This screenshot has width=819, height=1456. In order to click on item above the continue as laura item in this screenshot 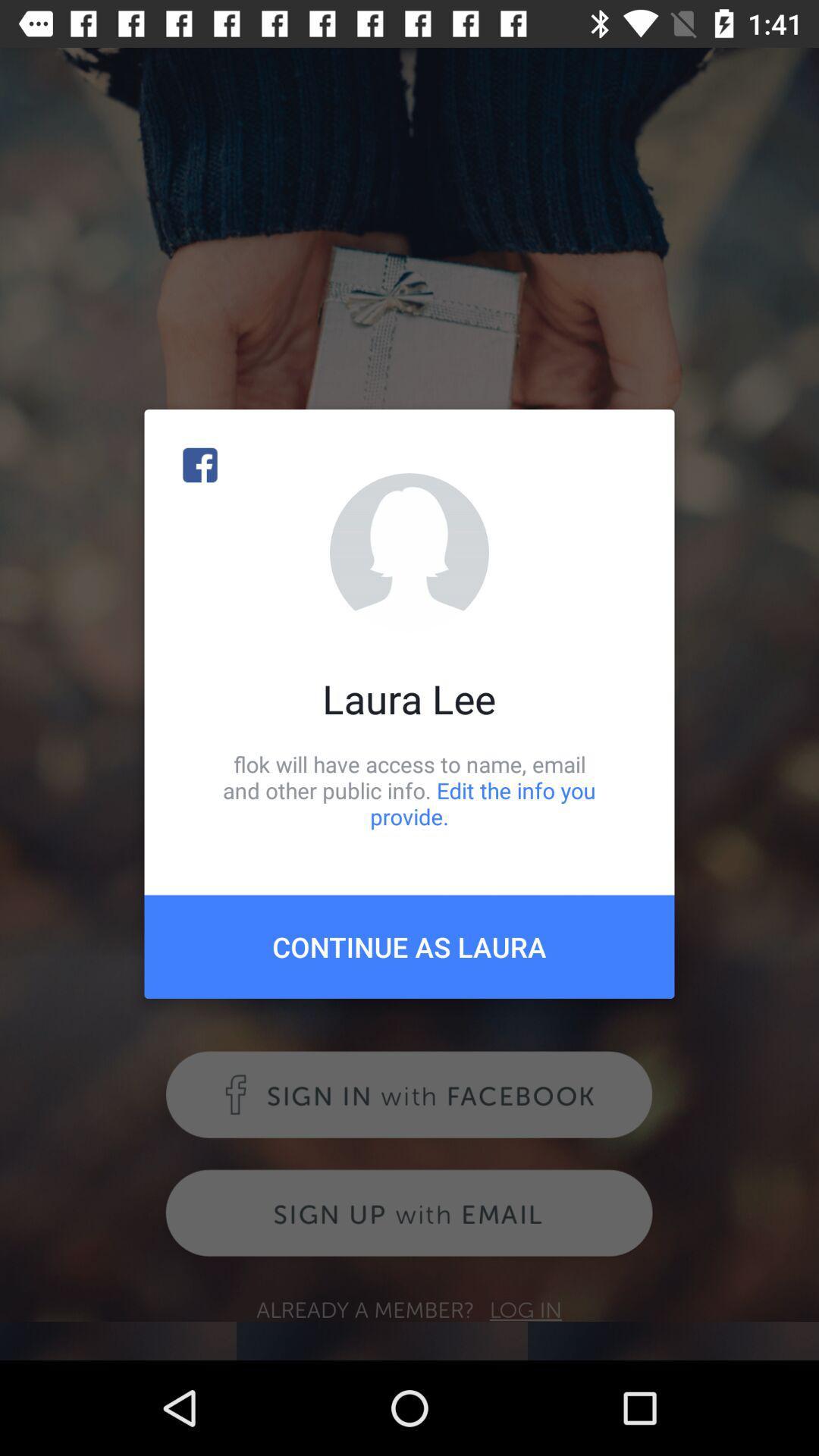, I will do `click(409, 789)`.